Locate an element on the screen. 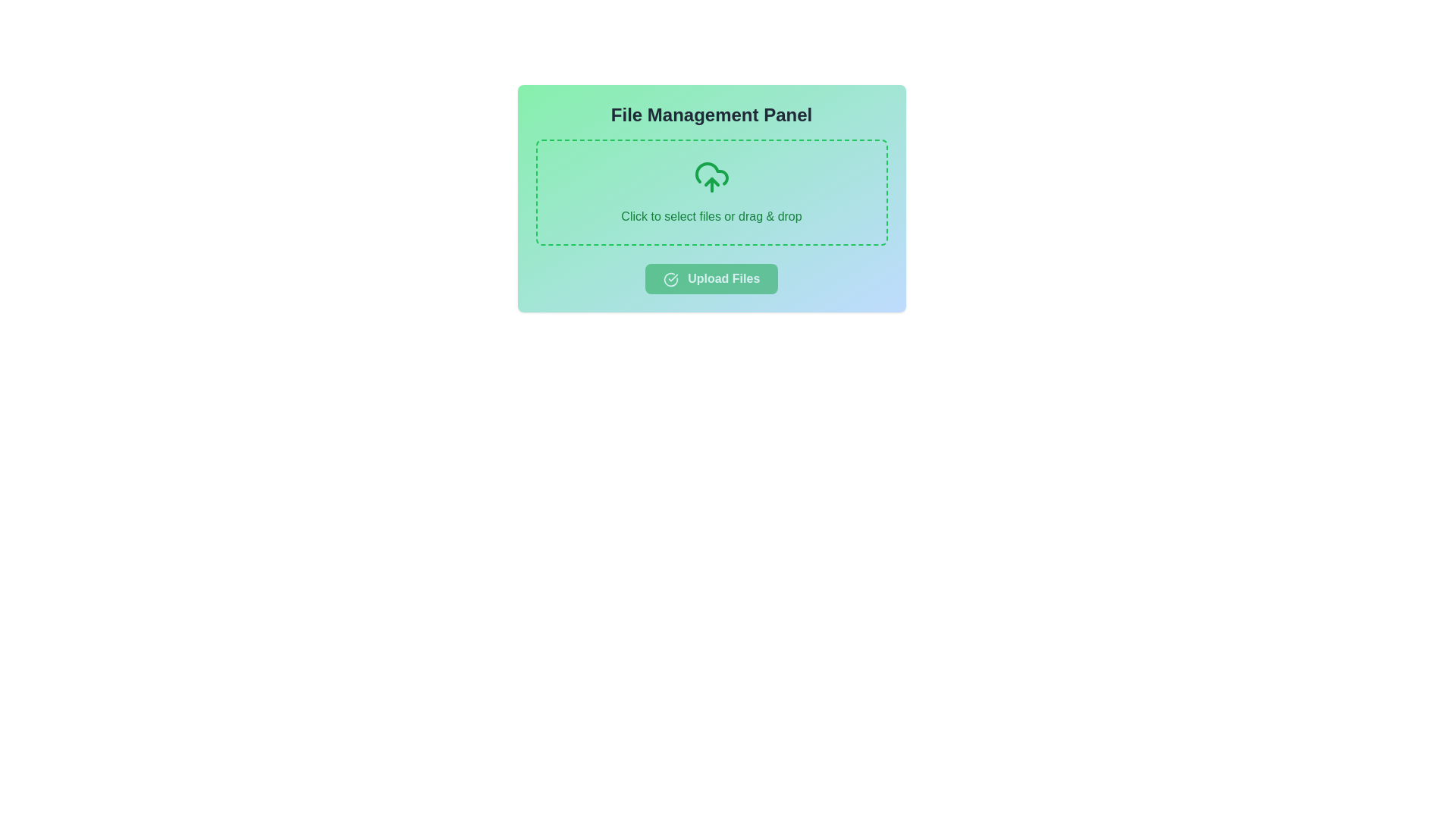 This screenshot has width=1456, height=819. the cloud upload icon, which is a green line-drawn cloud with an upward arrow, located above the text 'Click is located at coordinates (711, 177).